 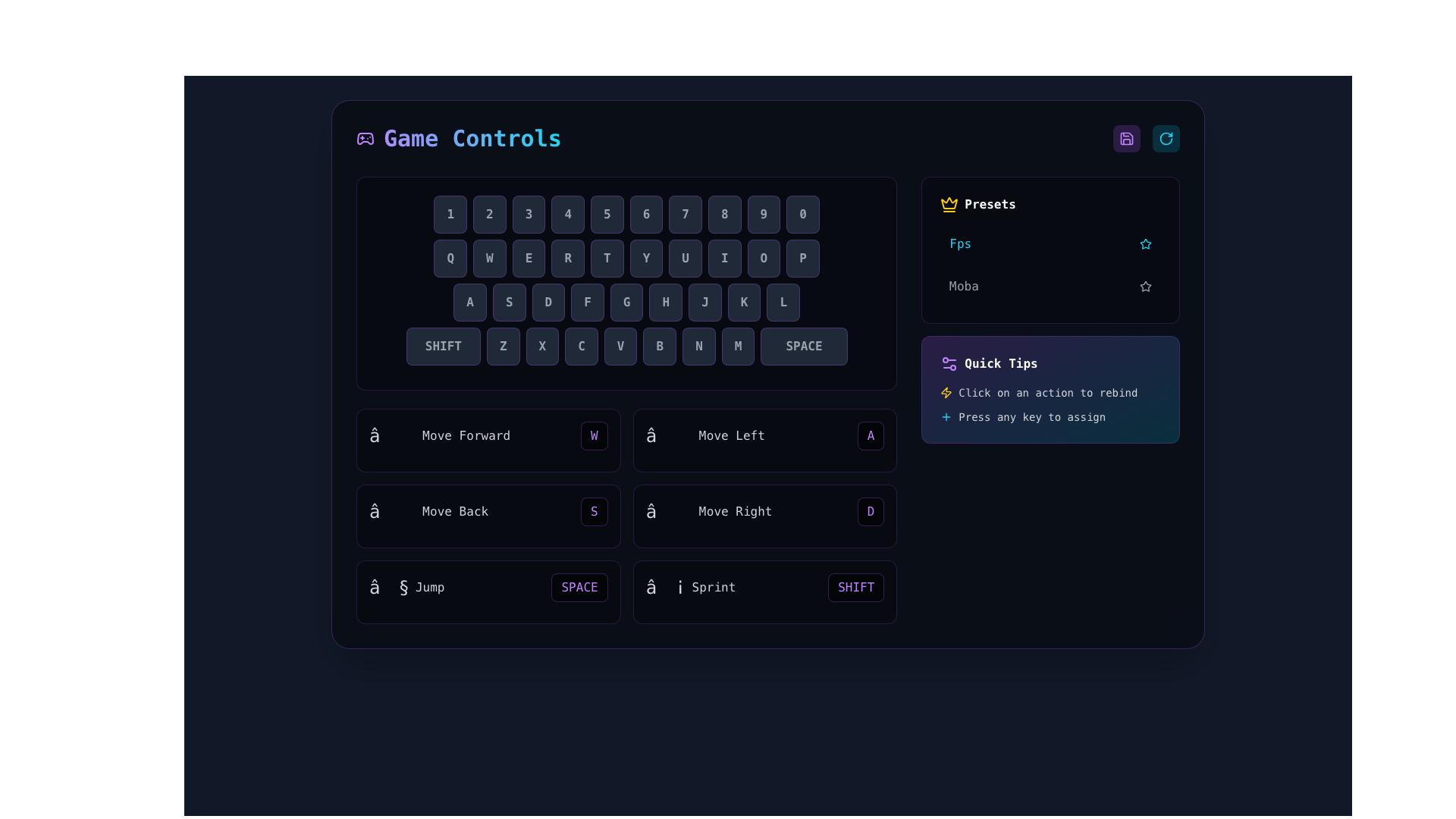 I want to click on the key-like button with the letter 'B' displayed at its center, so click(x=660, y=346).